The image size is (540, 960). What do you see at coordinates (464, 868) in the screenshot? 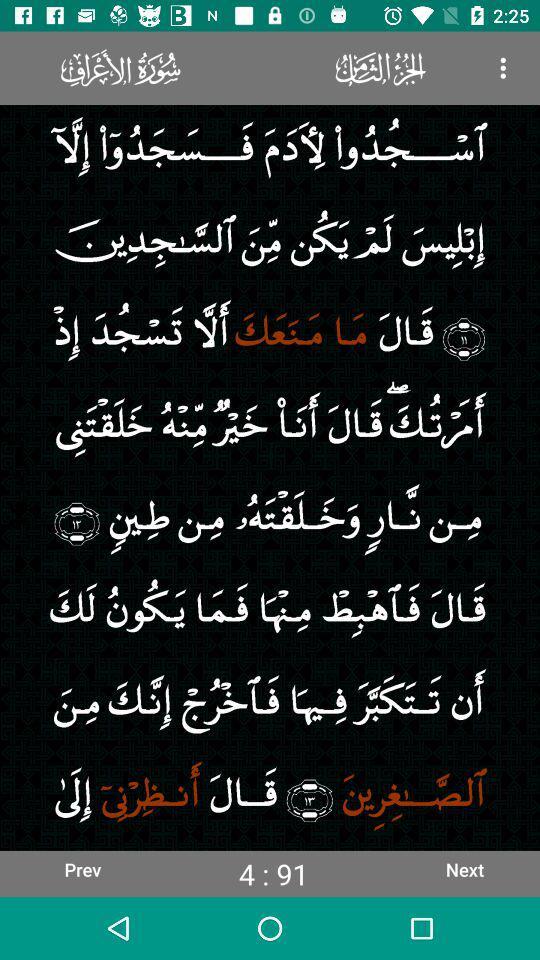
I see `the icon at the bottom right corner` at bounding box center [464, 868].